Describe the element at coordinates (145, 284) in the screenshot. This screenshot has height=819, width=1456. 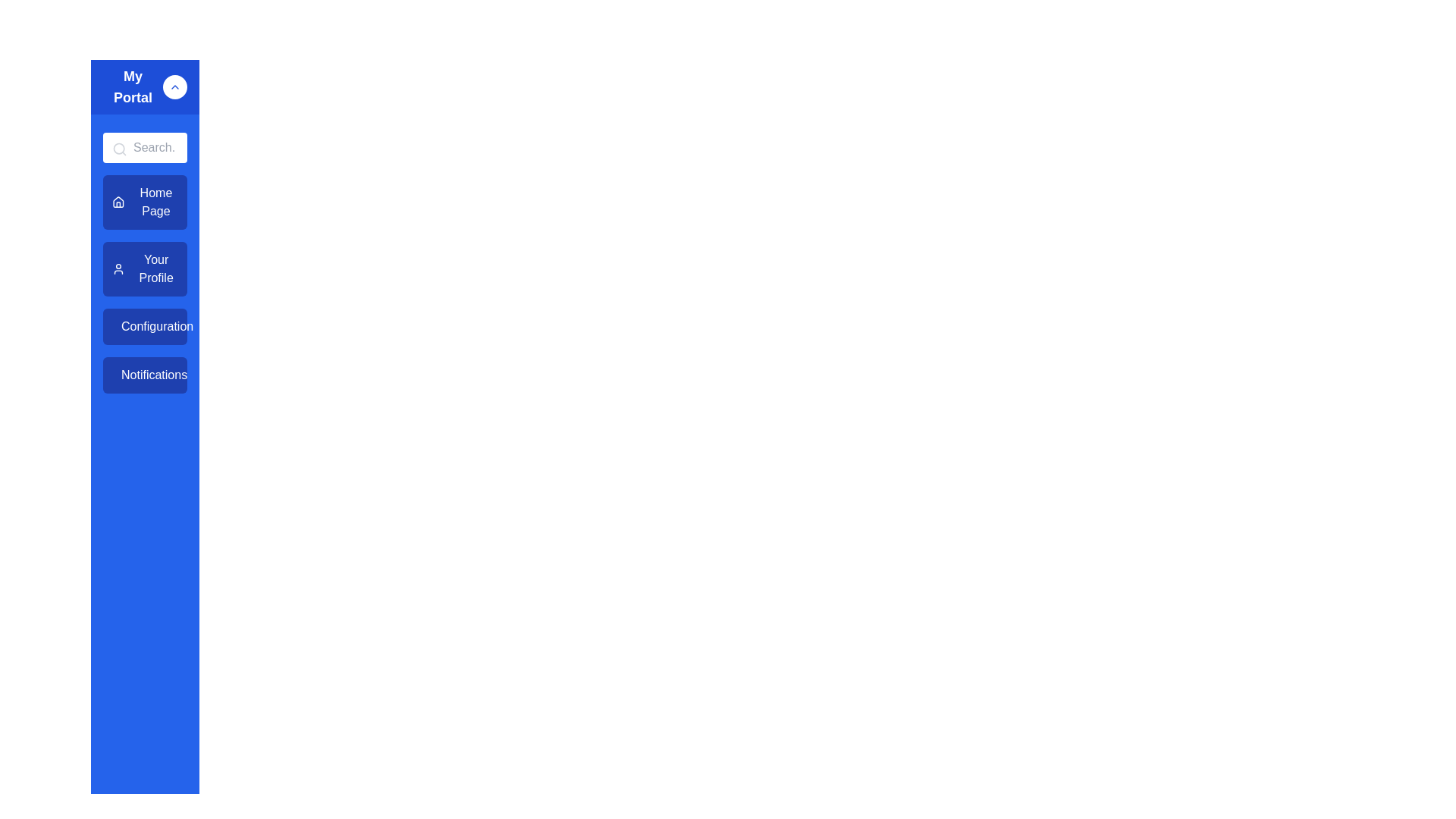
I see `the 'Your Profile' item in the vertical sidebar navigation menu` at that location.